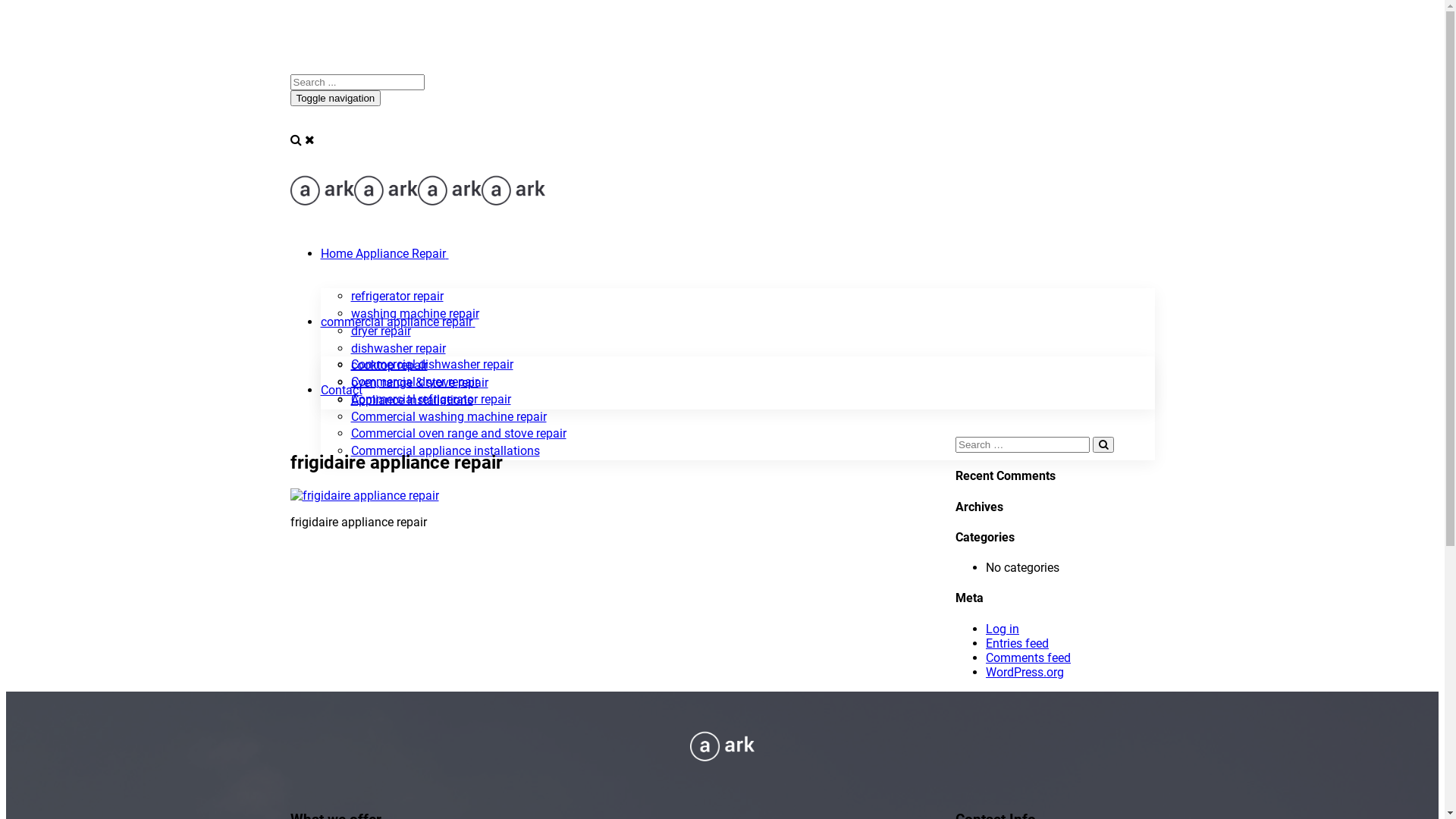 The image size is (1456, 819). Describe the element at coordinates (334, 98) in the screenshot. I see `'Toggle navigation'` at that location.